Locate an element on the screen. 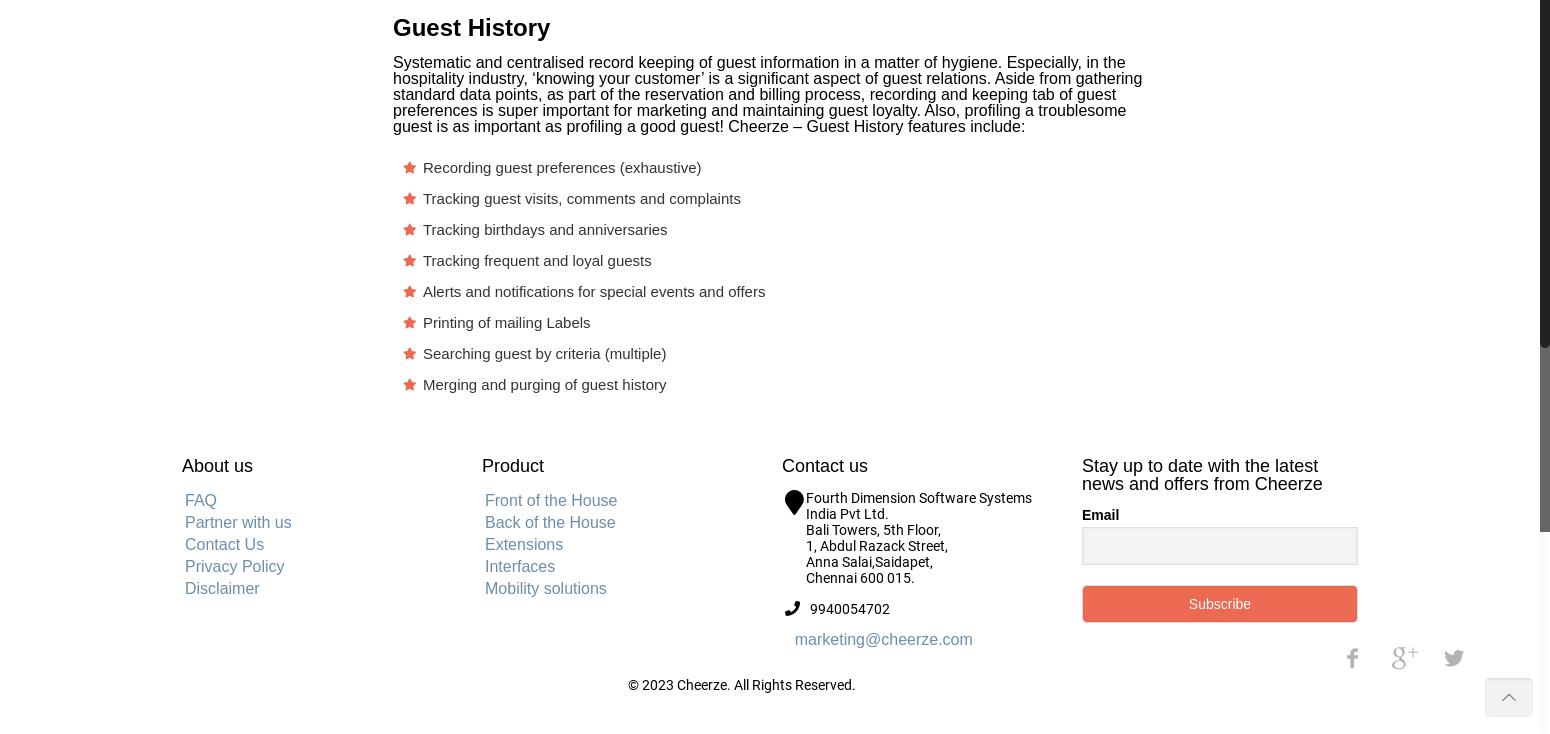 This screenshot has width=1550, height=734. 'Partner with us' is located at coordinates (237, 521).